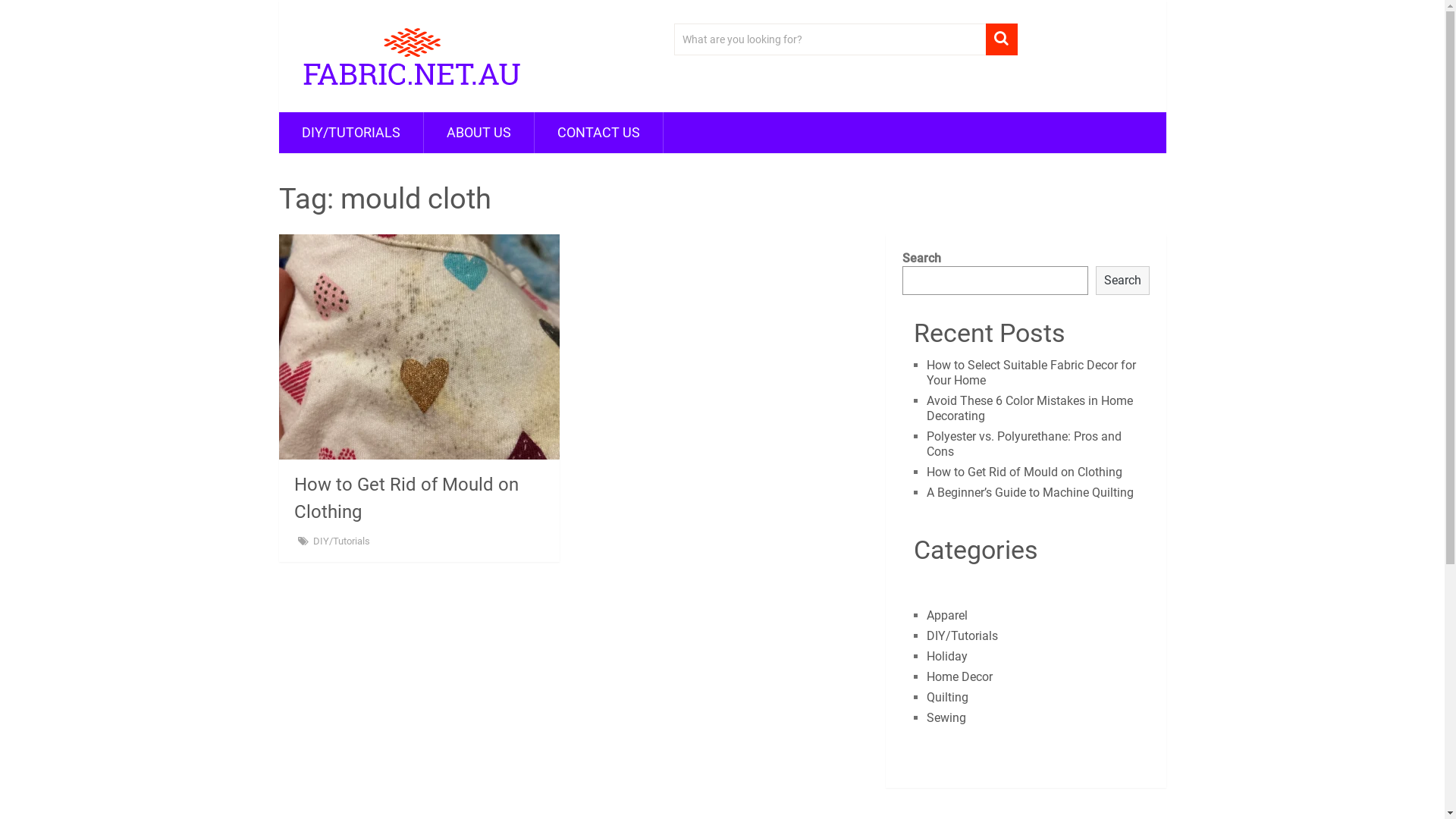 The width and height of the screenshot is (1456, 819). I want to click on 'CONTACT US', so click(597, 131).